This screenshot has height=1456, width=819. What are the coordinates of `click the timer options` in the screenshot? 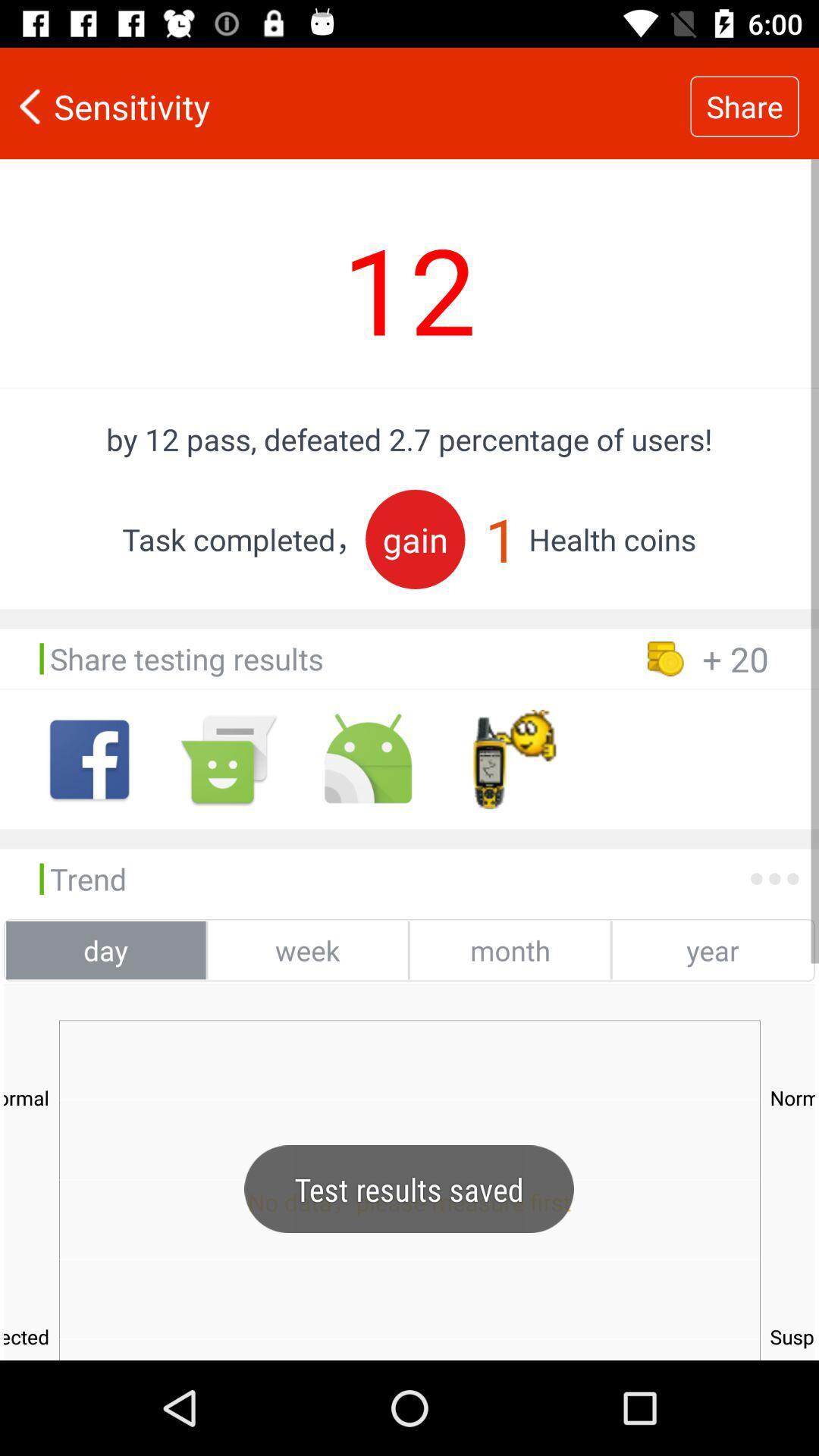 It's located at (507, 759).